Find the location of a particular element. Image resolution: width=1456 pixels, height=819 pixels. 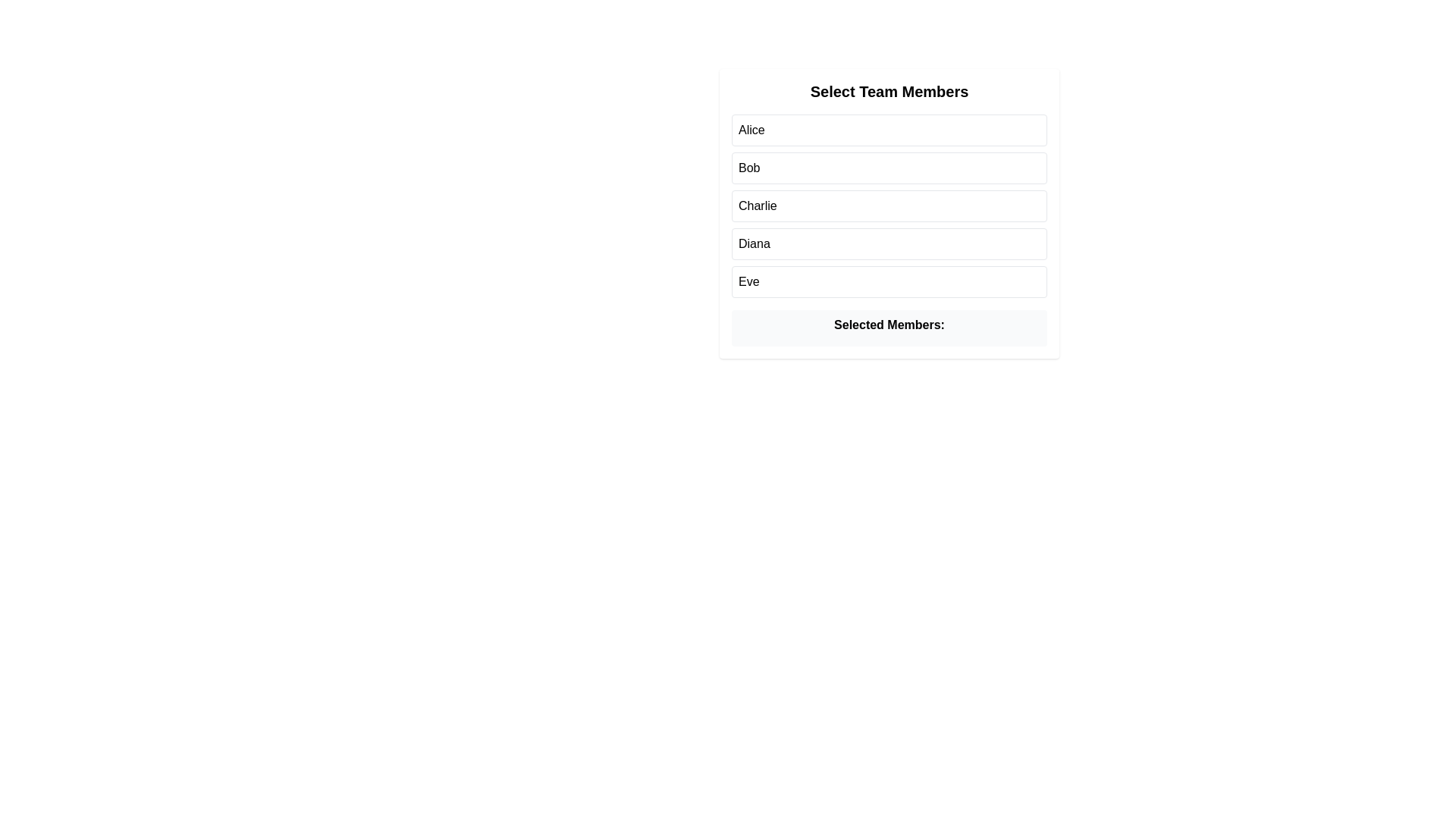

the title label indicating the beginning of the section where selected members are displayed, located beneath the selectable options 'Alice', 'Bob', 'Charlie', 'Diana', and 'Eve' is located at coordinates (889, 327).